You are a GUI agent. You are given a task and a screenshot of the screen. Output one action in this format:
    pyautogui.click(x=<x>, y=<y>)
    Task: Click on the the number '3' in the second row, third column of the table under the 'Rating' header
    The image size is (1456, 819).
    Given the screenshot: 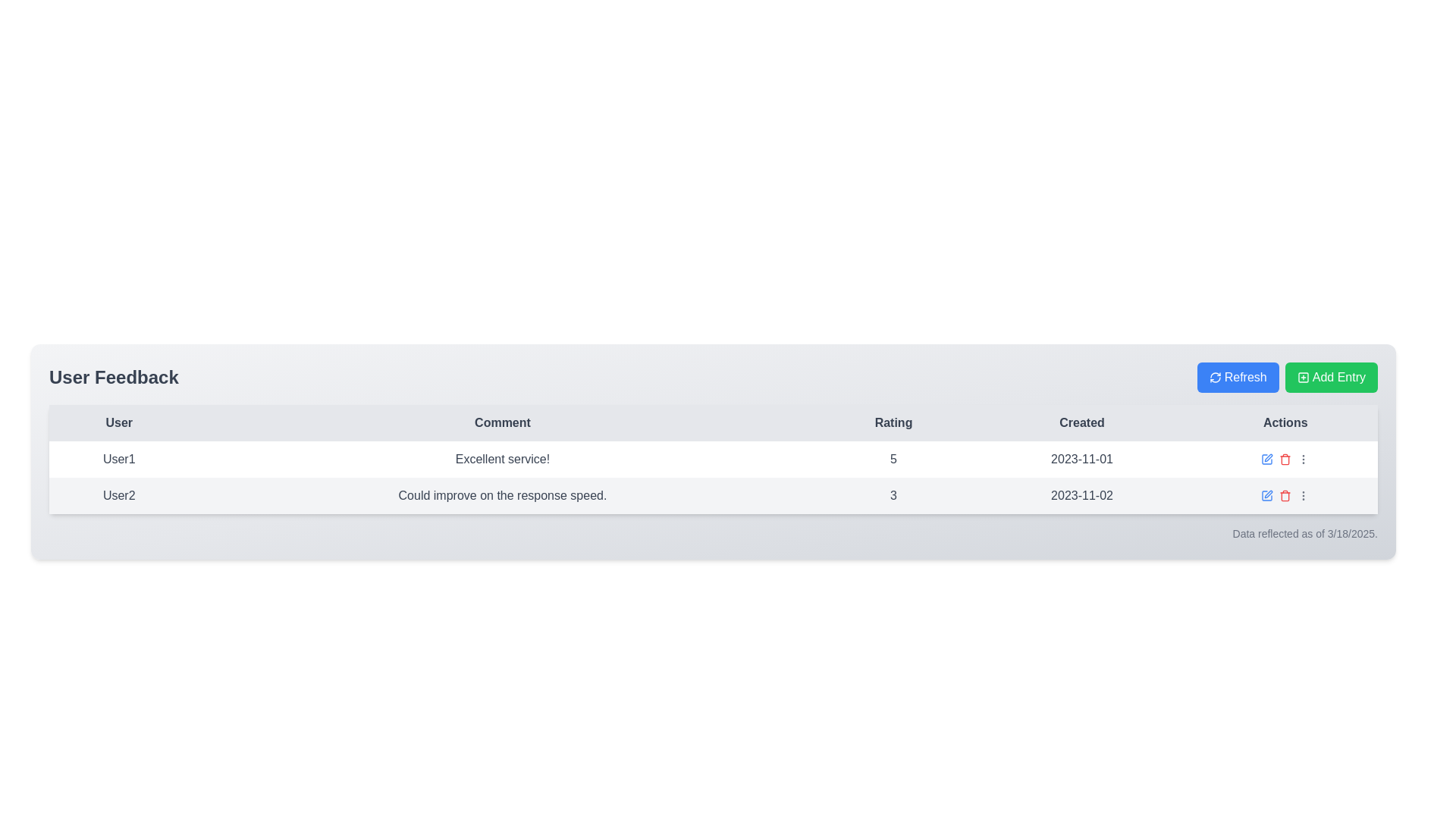 What is the action you would take?
    pyautogui.click(x=893, y=496)
    